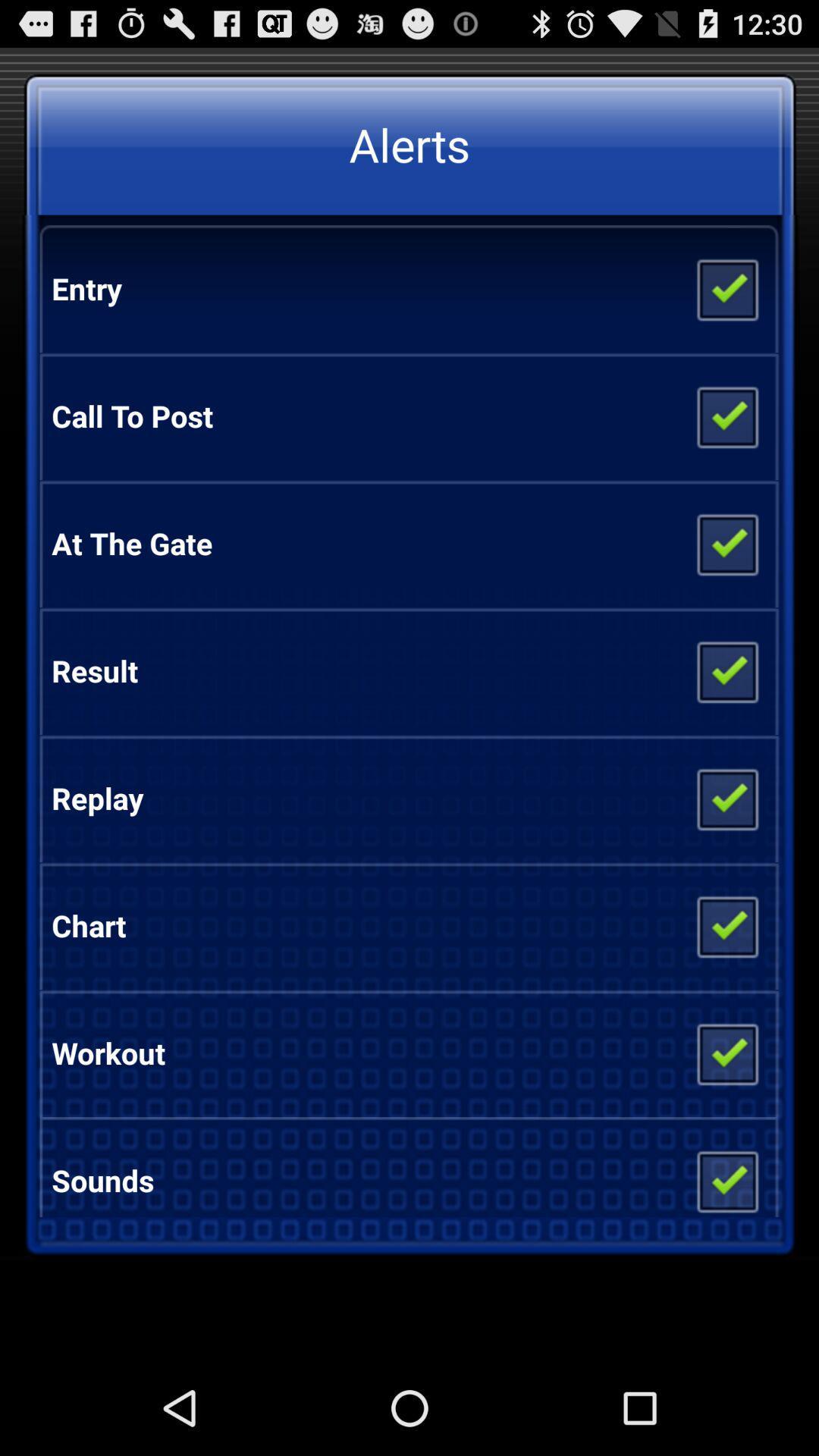 Image resolution: width=819 pixels, height=1456 pixels. Describe the element at coordinates (726, 1174) in the screenshot. I see `app next to sounds` at that location.